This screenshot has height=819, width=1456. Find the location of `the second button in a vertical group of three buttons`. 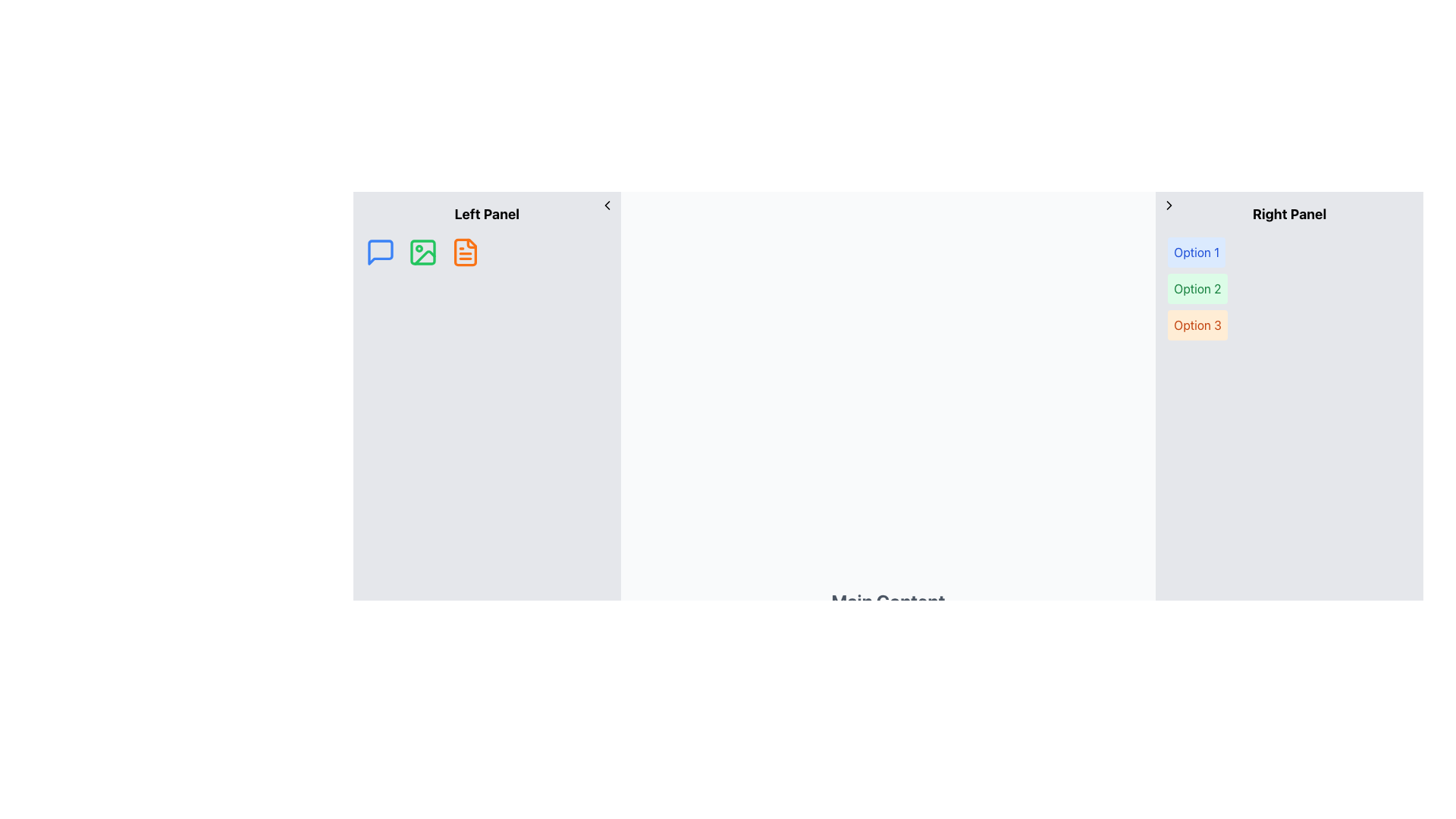

the second button in a vertical group of three buttons is located at coordinates (1197, 289).